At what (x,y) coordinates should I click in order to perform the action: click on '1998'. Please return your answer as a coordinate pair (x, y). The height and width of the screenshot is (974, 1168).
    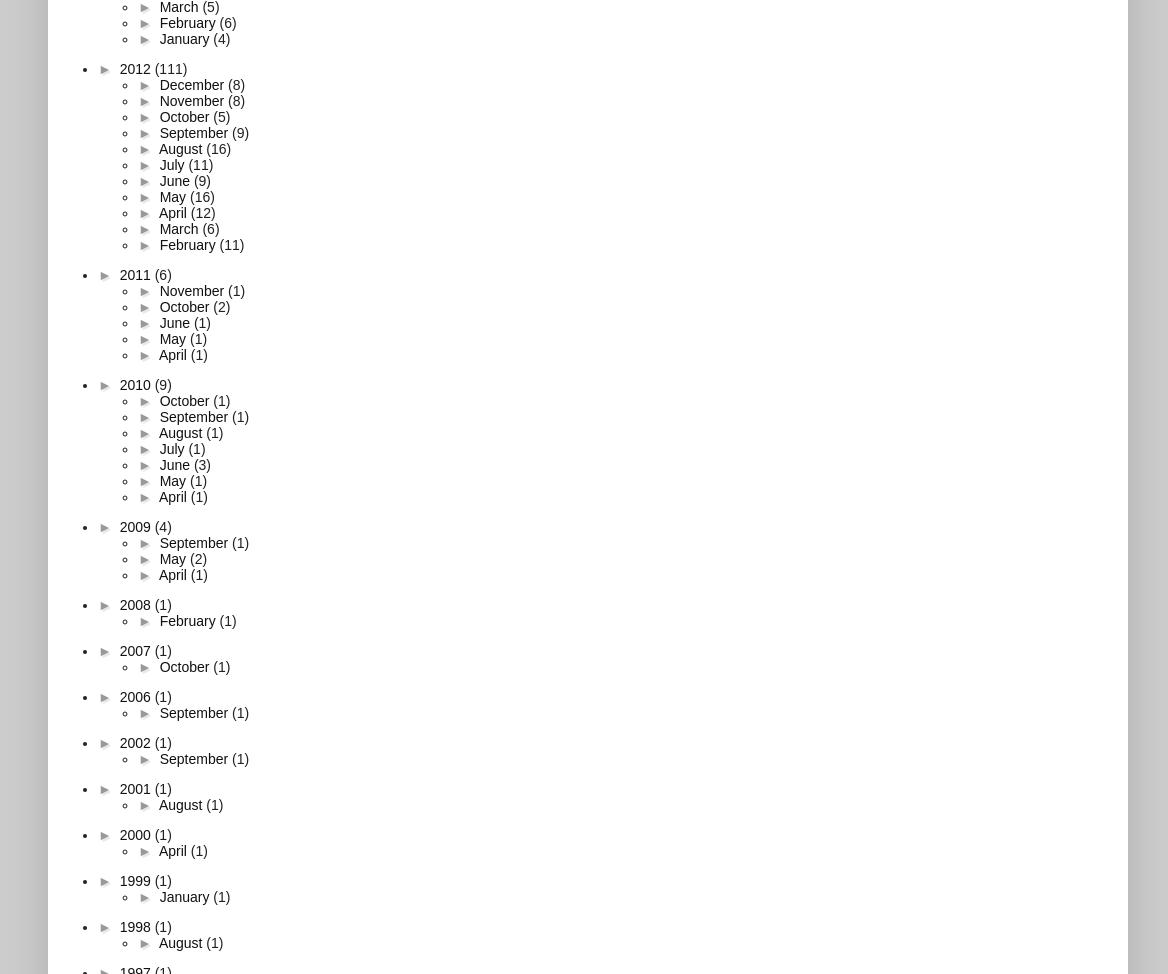
    Looking at the image, I should click on (135, 924).